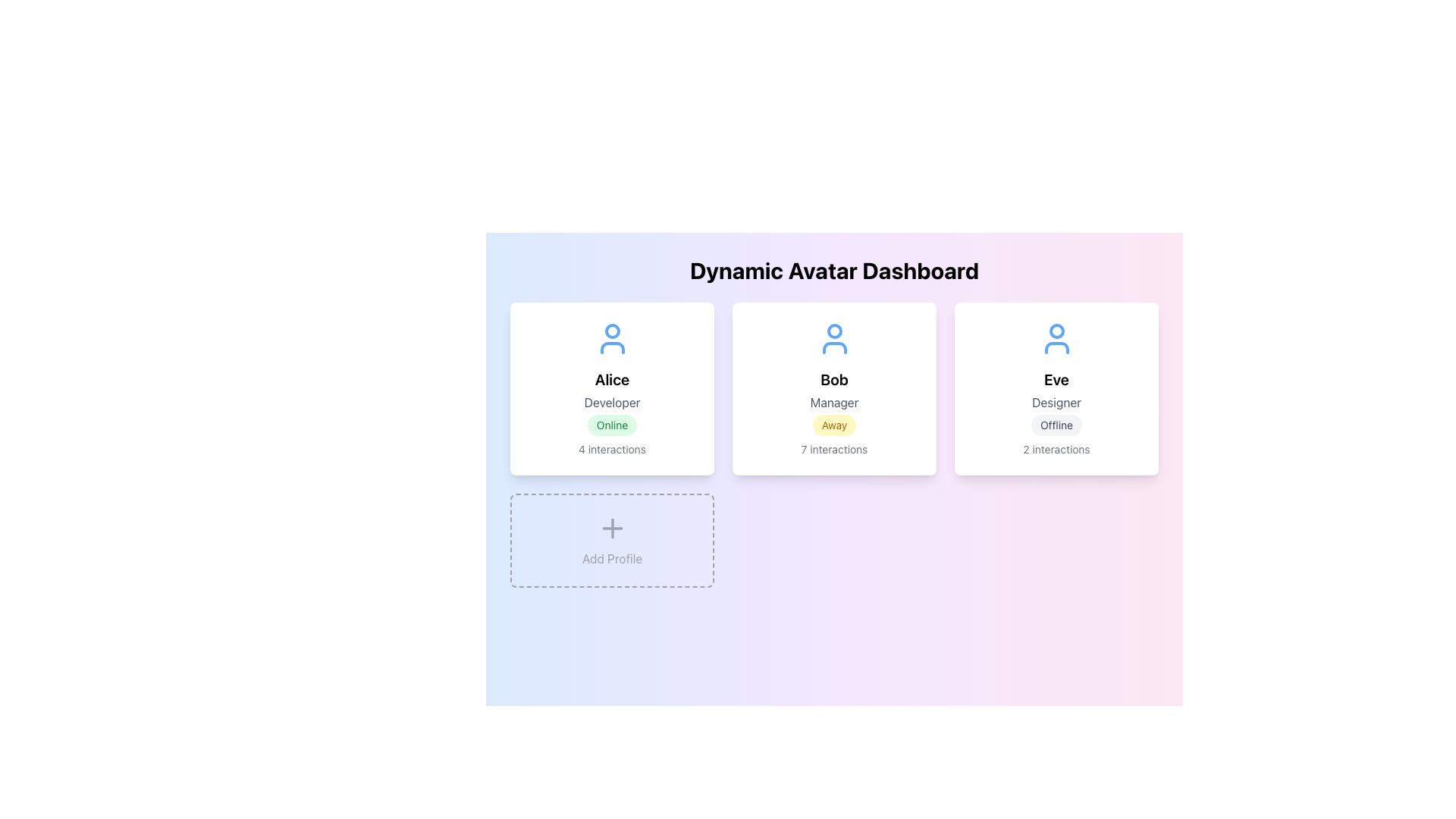 The image size is (1456, 819). Describe the element at coordinates (1056, 402) in the screenshot. I see `the text label displaying 'Designer' located below the name 'Eve' within the user card layout` at that location.